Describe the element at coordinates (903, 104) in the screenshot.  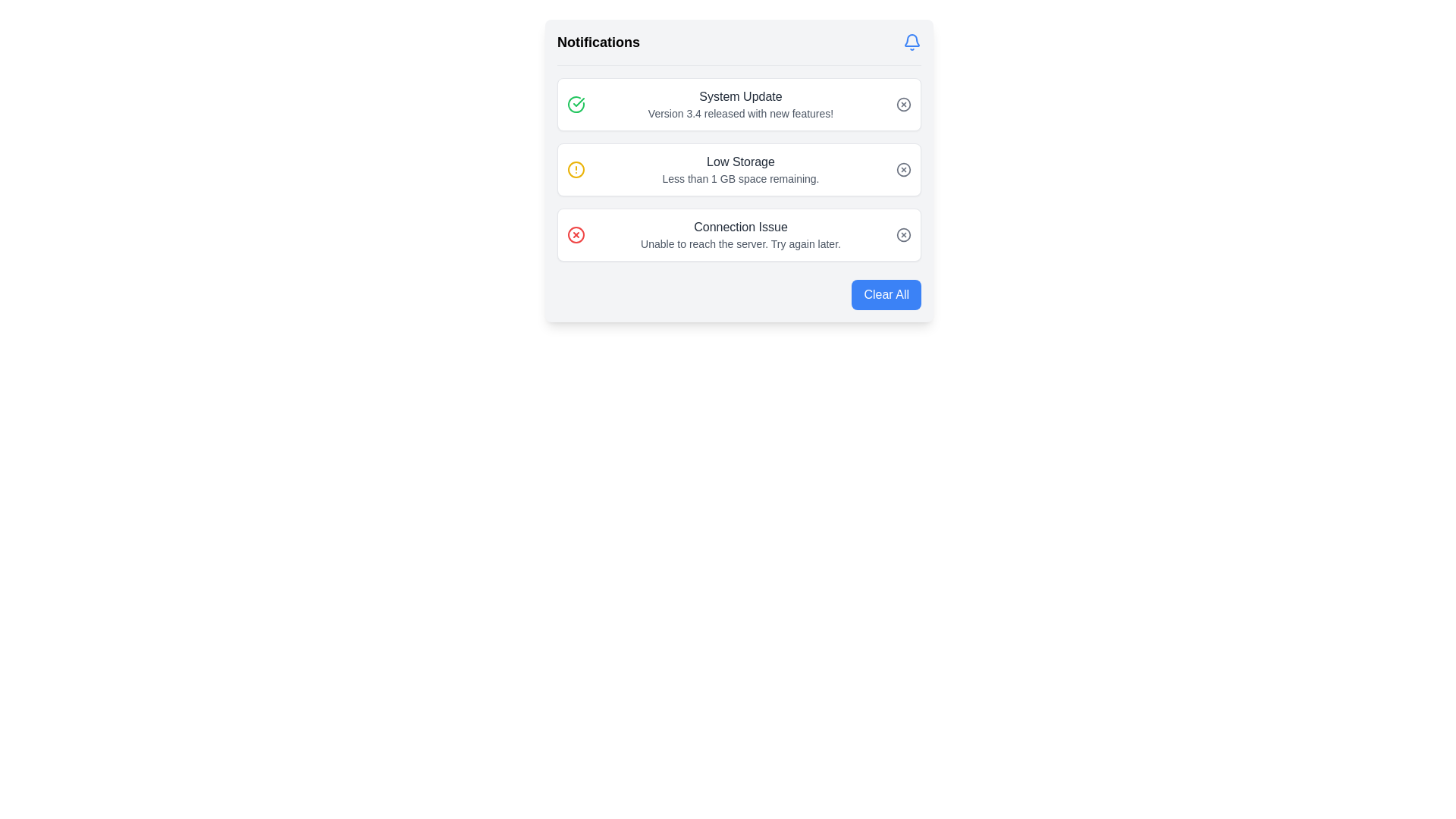
I see `the close button located at the right edge of the 'System Update' notification card` at that location.